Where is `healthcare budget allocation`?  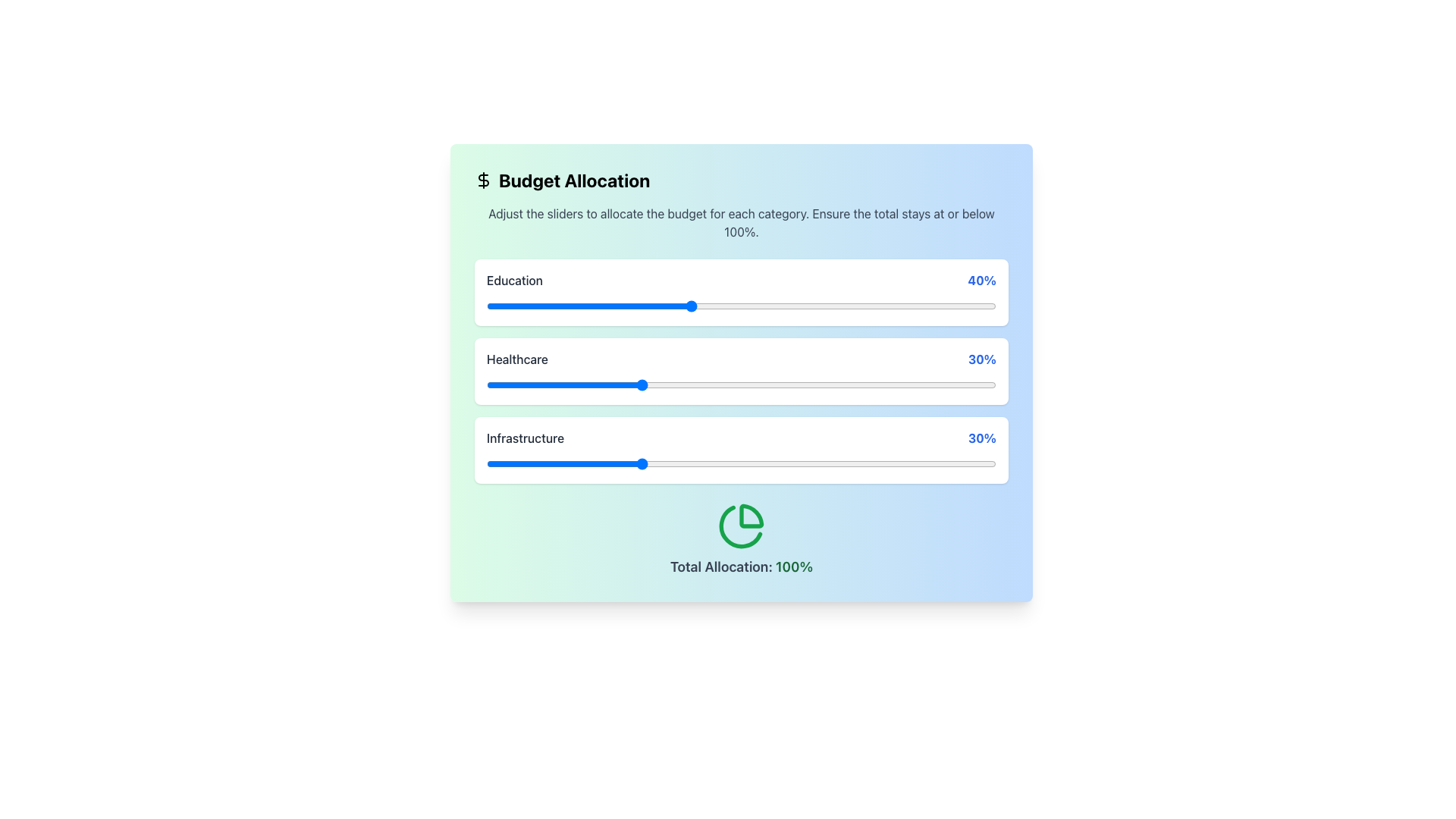
healthcare budget allocation is located at coordinates (557, 384).